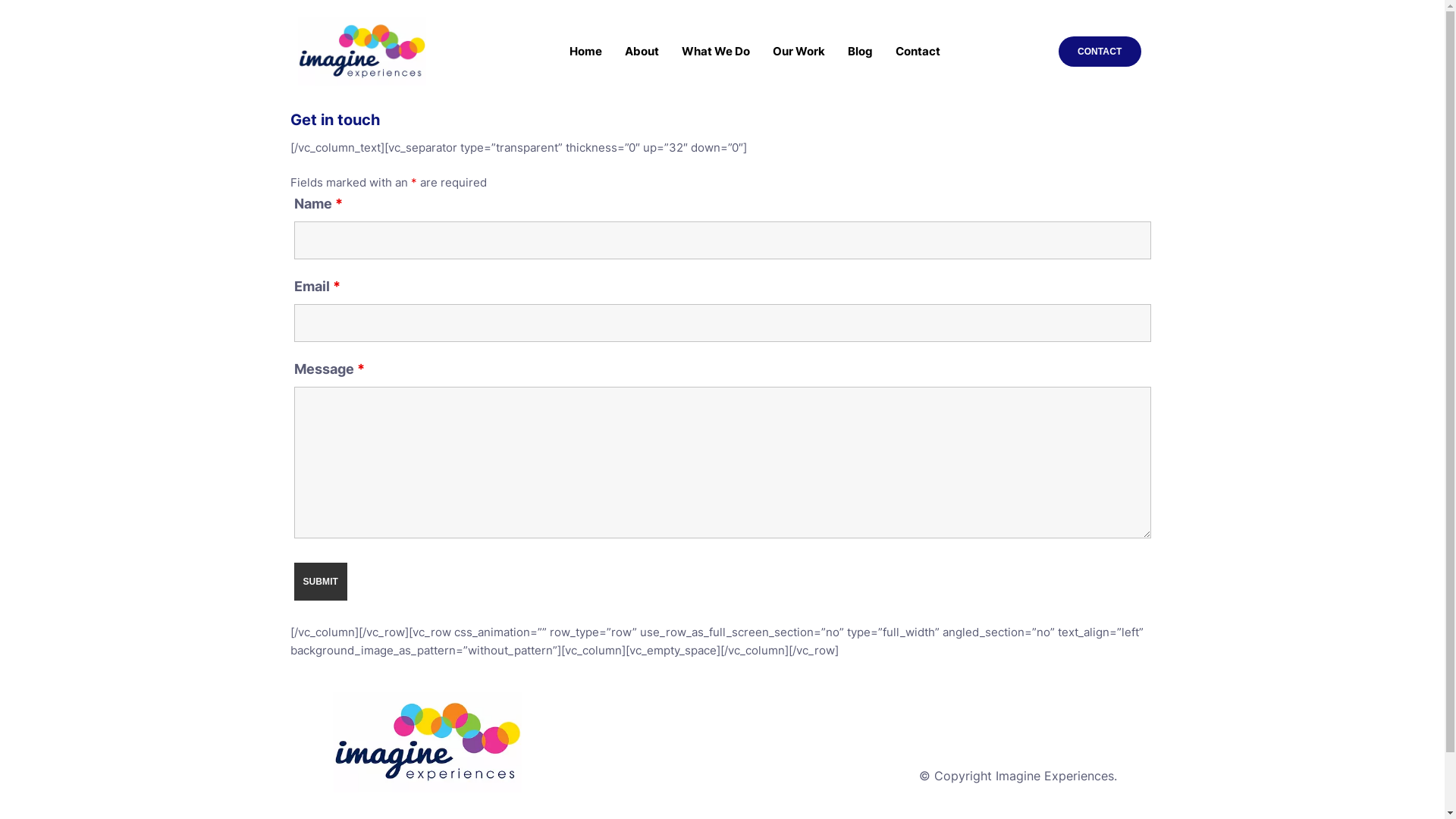 This screenshot has height=819, width=1456. Describe the element at coordinates (1100, 51) in the screenshot. I see `'CONTACT'` at that location.